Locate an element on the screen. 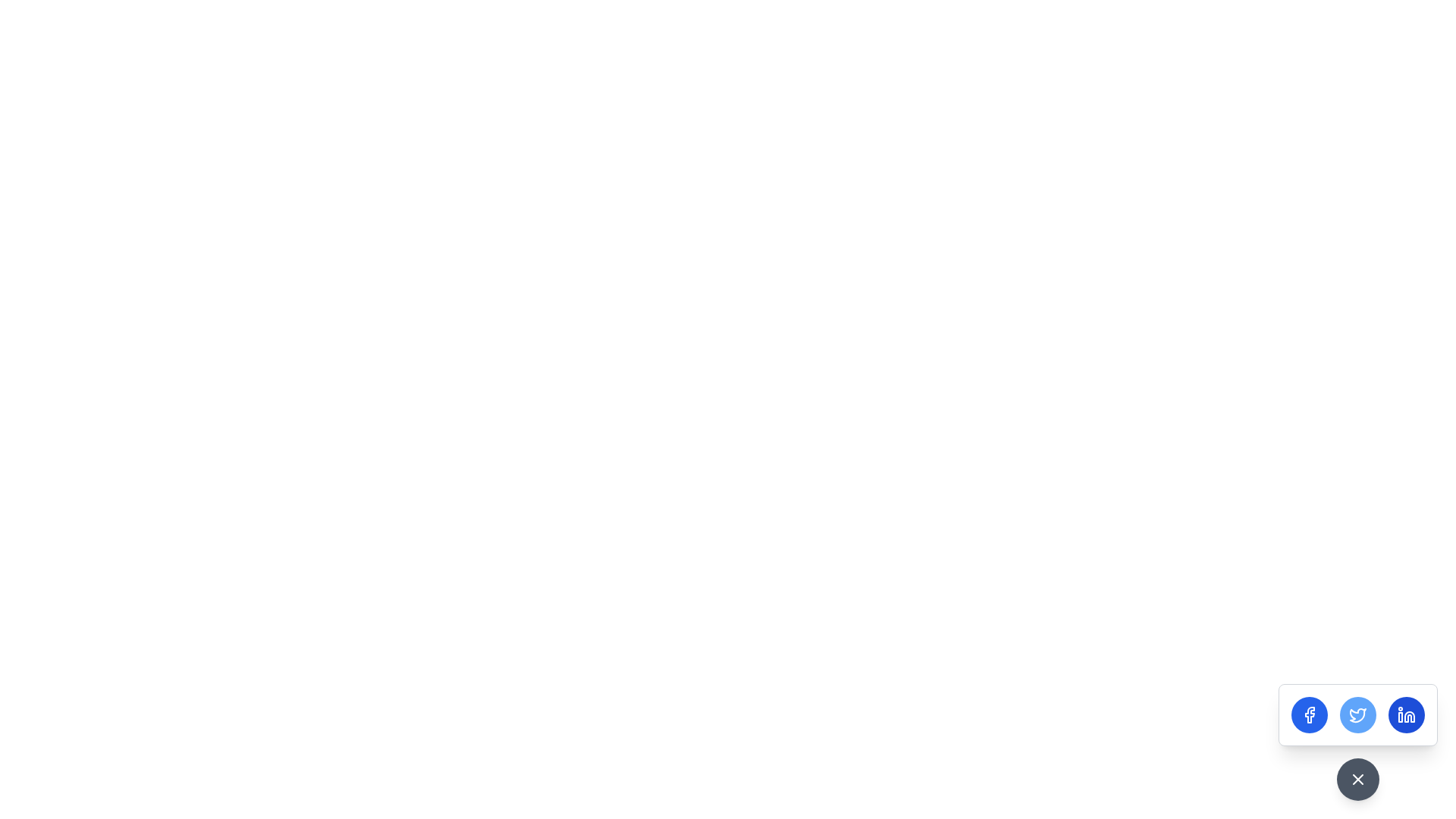 This screenshot has width=1456, height=819. the floating close button with a gray background and 'X' icon located at the bottom-right corner of the interface, directly beneath the social media buttons is located at coordinates (1357, 742).